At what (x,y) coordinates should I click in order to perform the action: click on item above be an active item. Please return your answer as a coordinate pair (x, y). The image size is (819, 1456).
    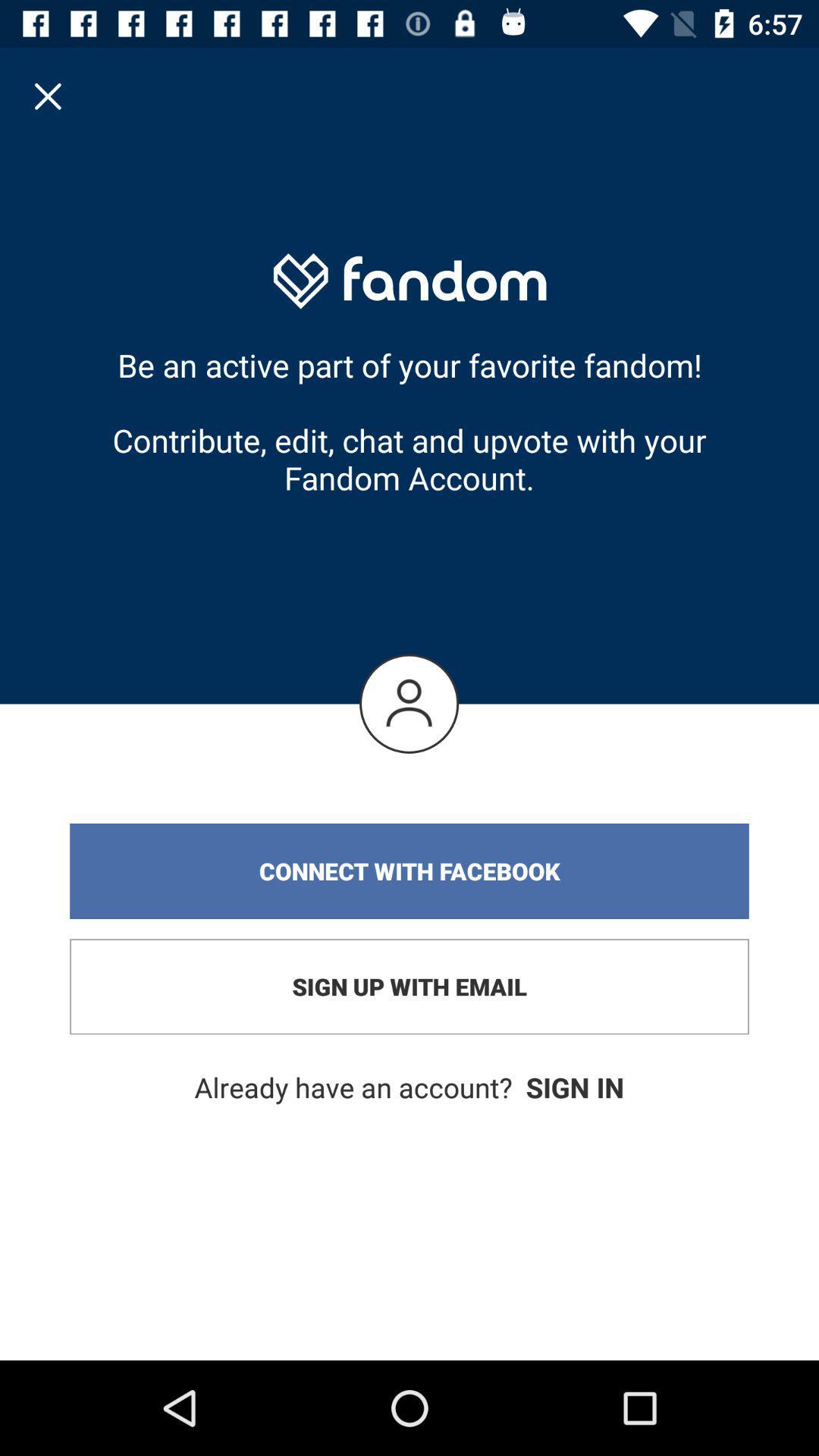
    Looking at the image, I should click on (47, 95).